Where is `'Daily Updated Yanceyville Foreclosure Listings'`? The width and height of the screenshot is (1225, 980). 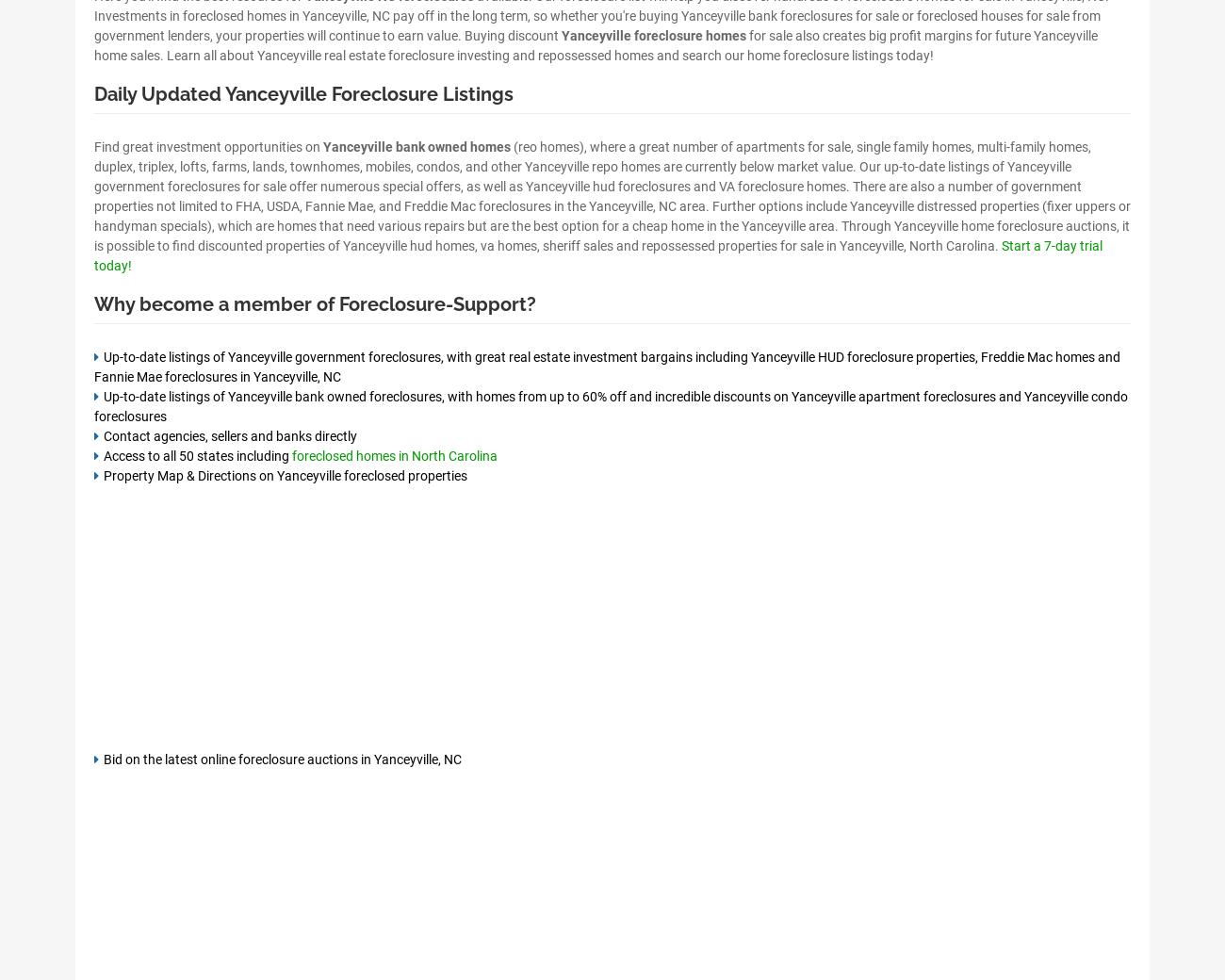 'Daily Updated Yanceyville Foreclosure Listings' is located at coordinates (303, 92).